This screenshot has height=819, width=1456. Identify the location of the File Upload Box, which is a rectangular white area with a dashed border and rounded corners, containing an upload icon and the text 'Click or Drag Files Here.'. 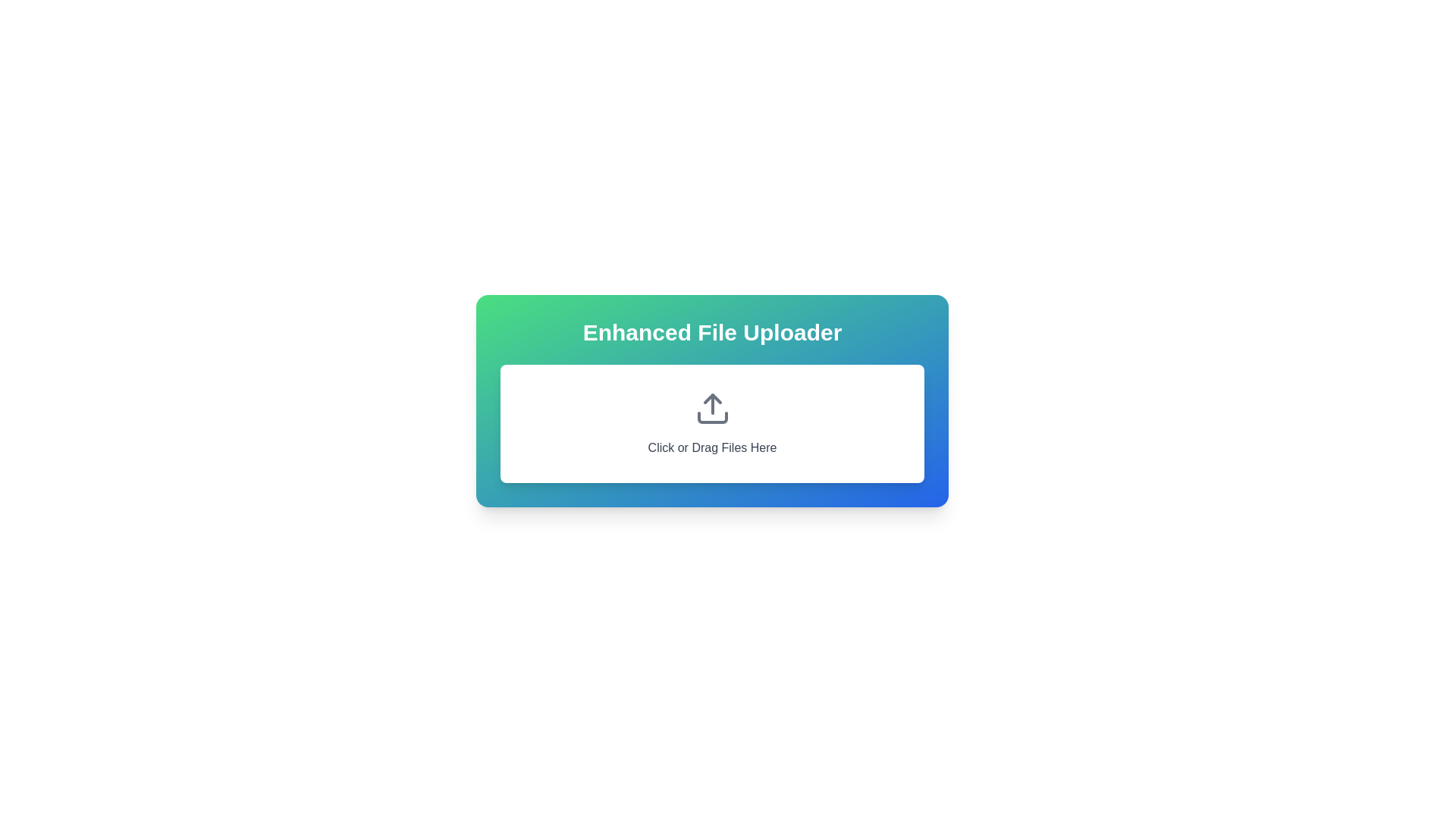
(711, 424).